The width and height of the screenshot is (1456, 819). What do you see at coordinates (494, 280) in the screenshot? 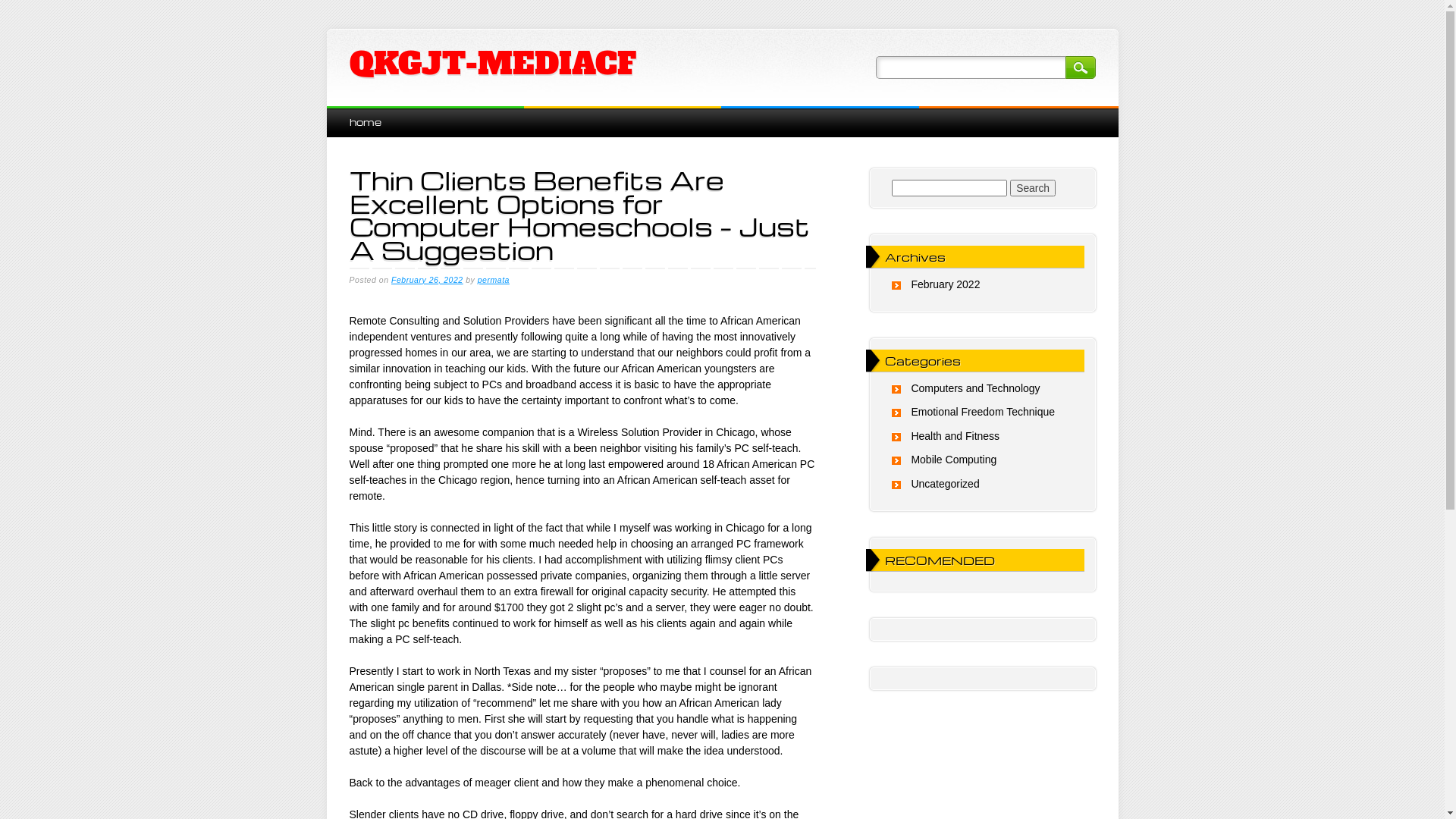
I see `'permata'` at bounding box center [494, 280].